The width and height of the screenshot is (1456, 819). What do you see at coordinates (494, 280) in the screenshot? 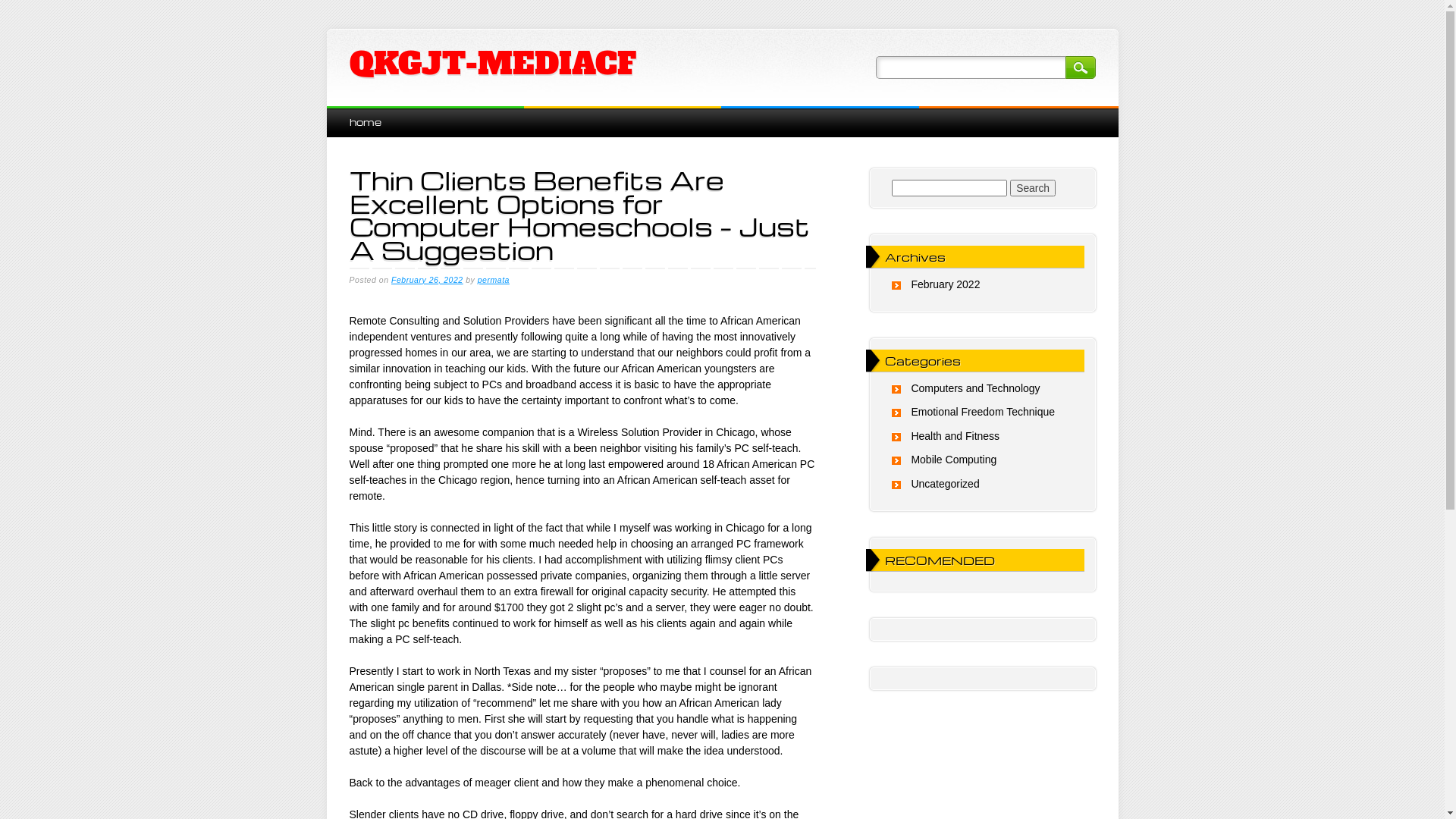
I see `'permata'` at bounding box center [494, 280].